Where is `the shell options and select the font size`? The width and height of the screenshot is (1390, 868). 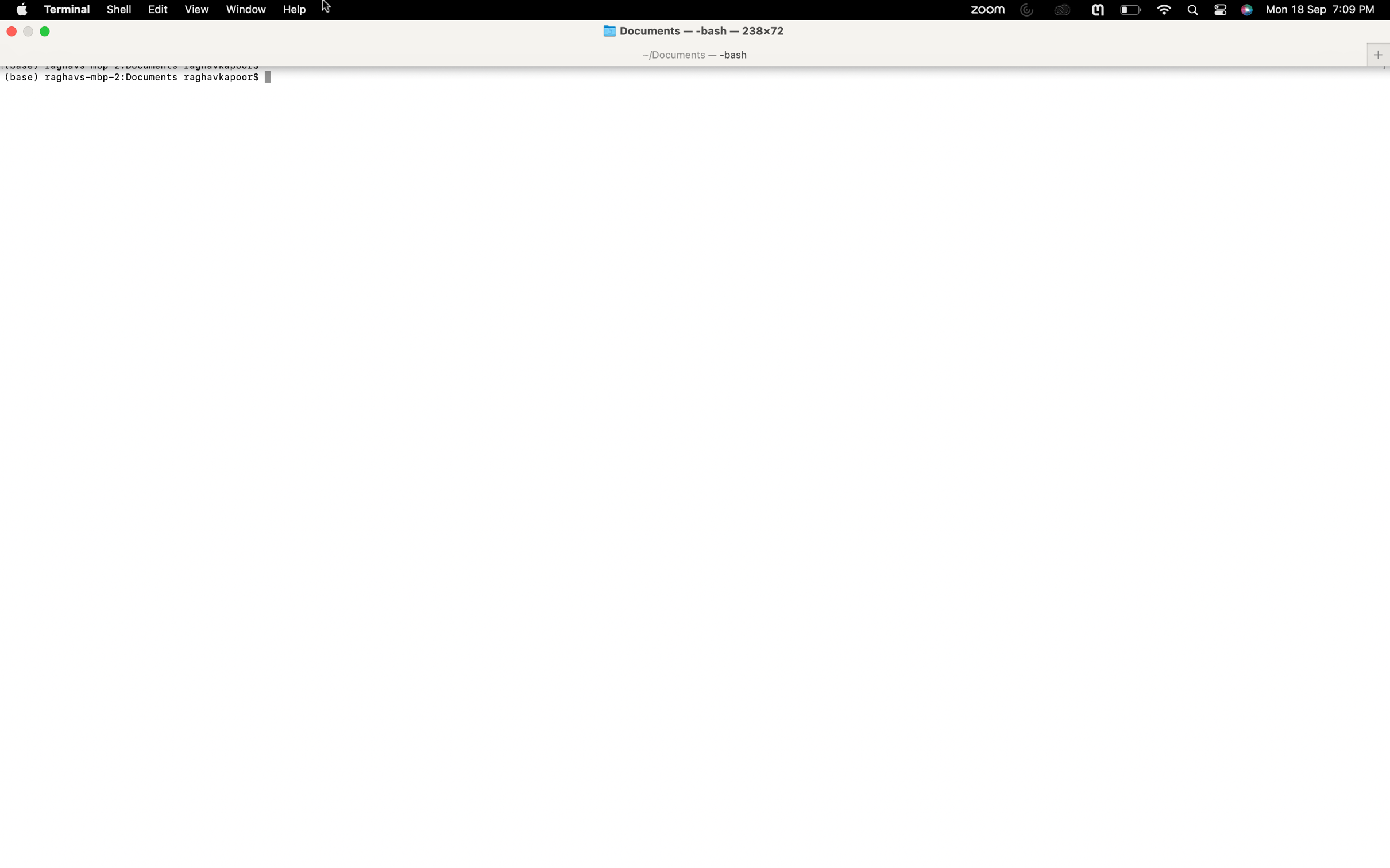
the shell options and select the font size is located at coordinates (118, 9).